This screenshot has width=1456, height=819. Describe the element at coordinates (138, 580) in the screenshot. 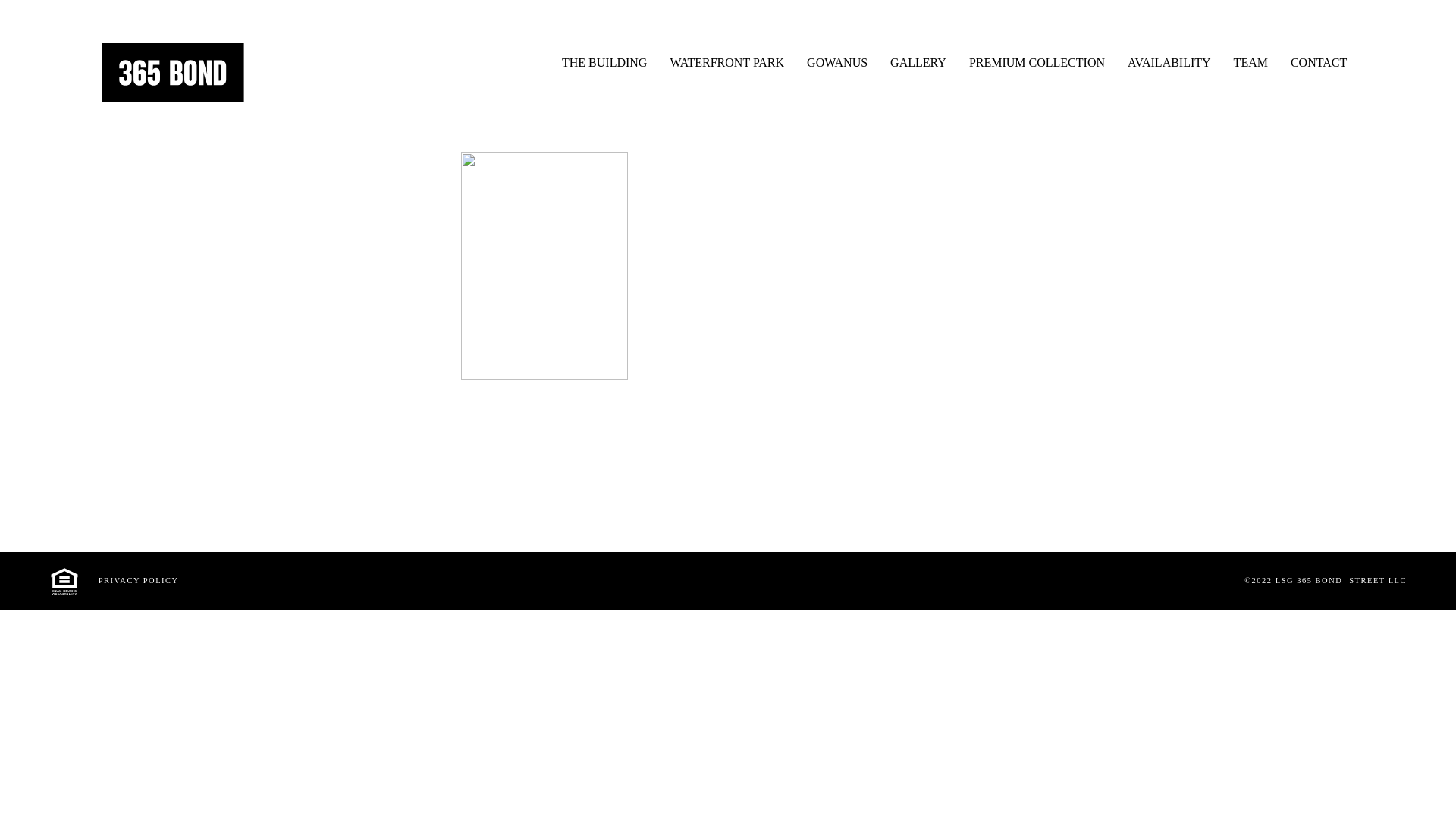

I see `'PRIVACY POLICY'` at that location.